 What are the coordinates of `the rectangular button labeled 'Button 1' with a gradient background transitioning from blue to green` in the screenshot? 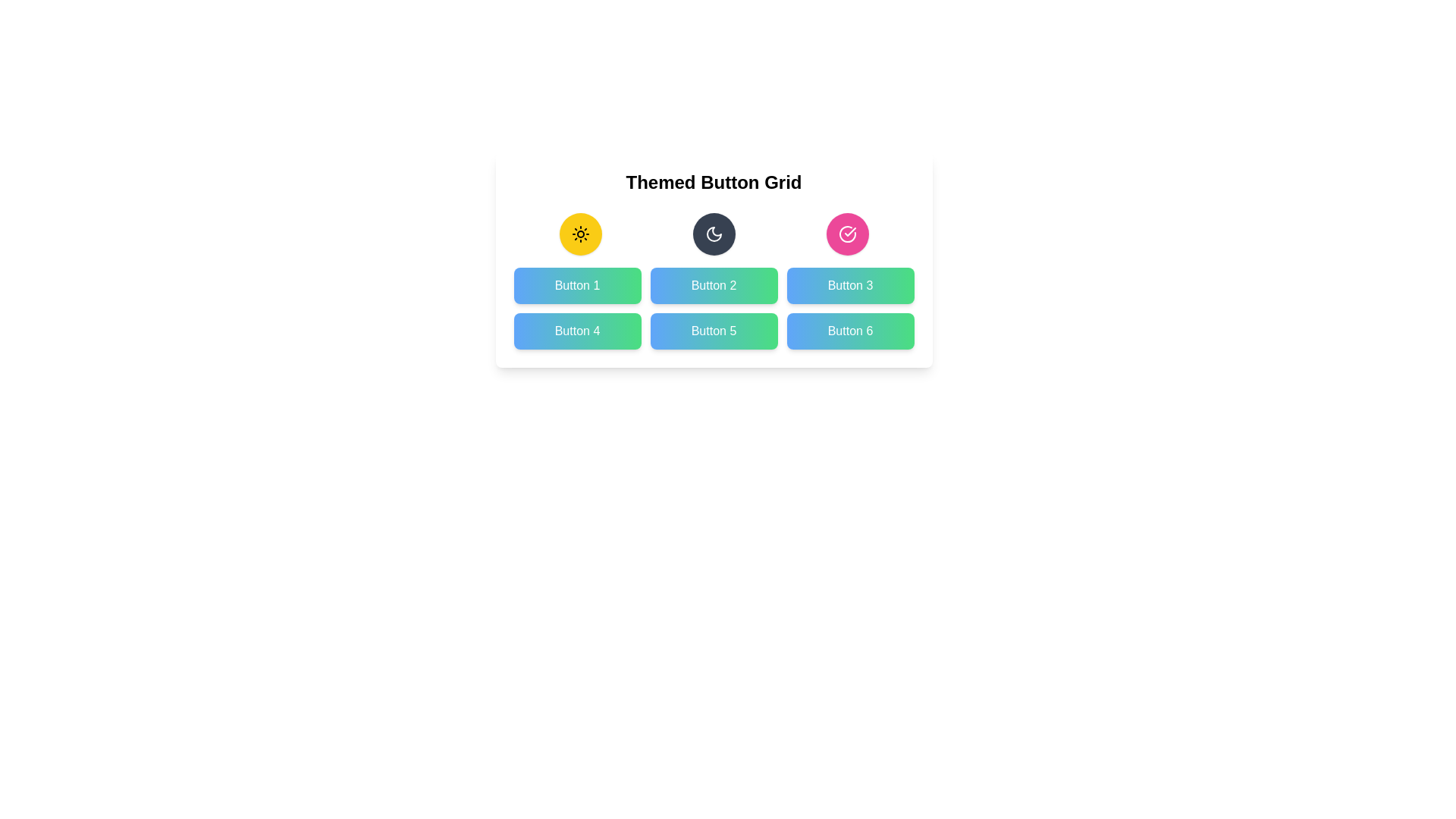 It's located at (576, 286).